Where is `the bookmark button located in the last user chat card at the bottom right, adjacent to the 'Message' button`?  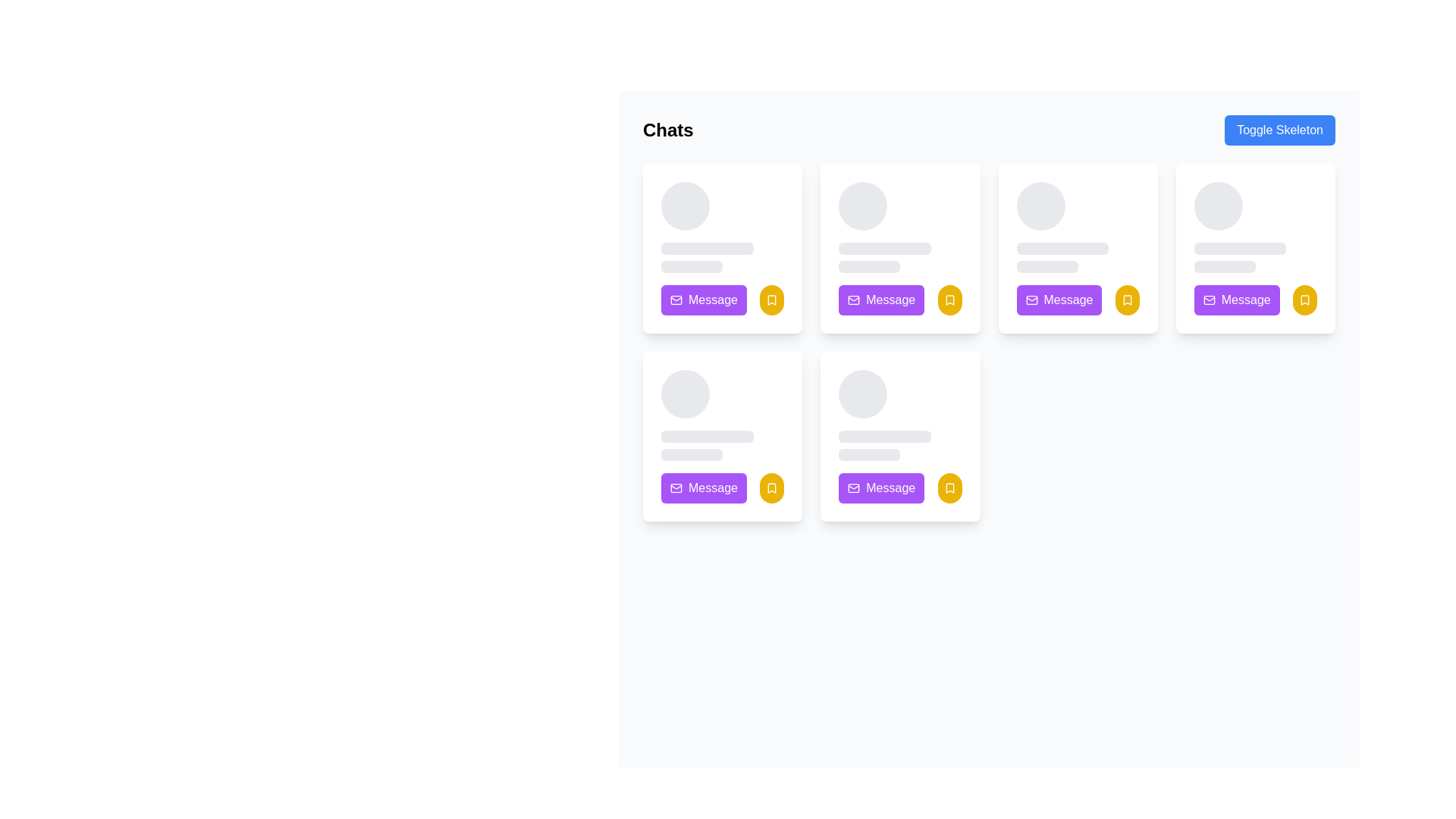
the bookmark button located in the last user chat card at the bottom right, adjacent to the 'Message' button is located at coordinates (949, 488).